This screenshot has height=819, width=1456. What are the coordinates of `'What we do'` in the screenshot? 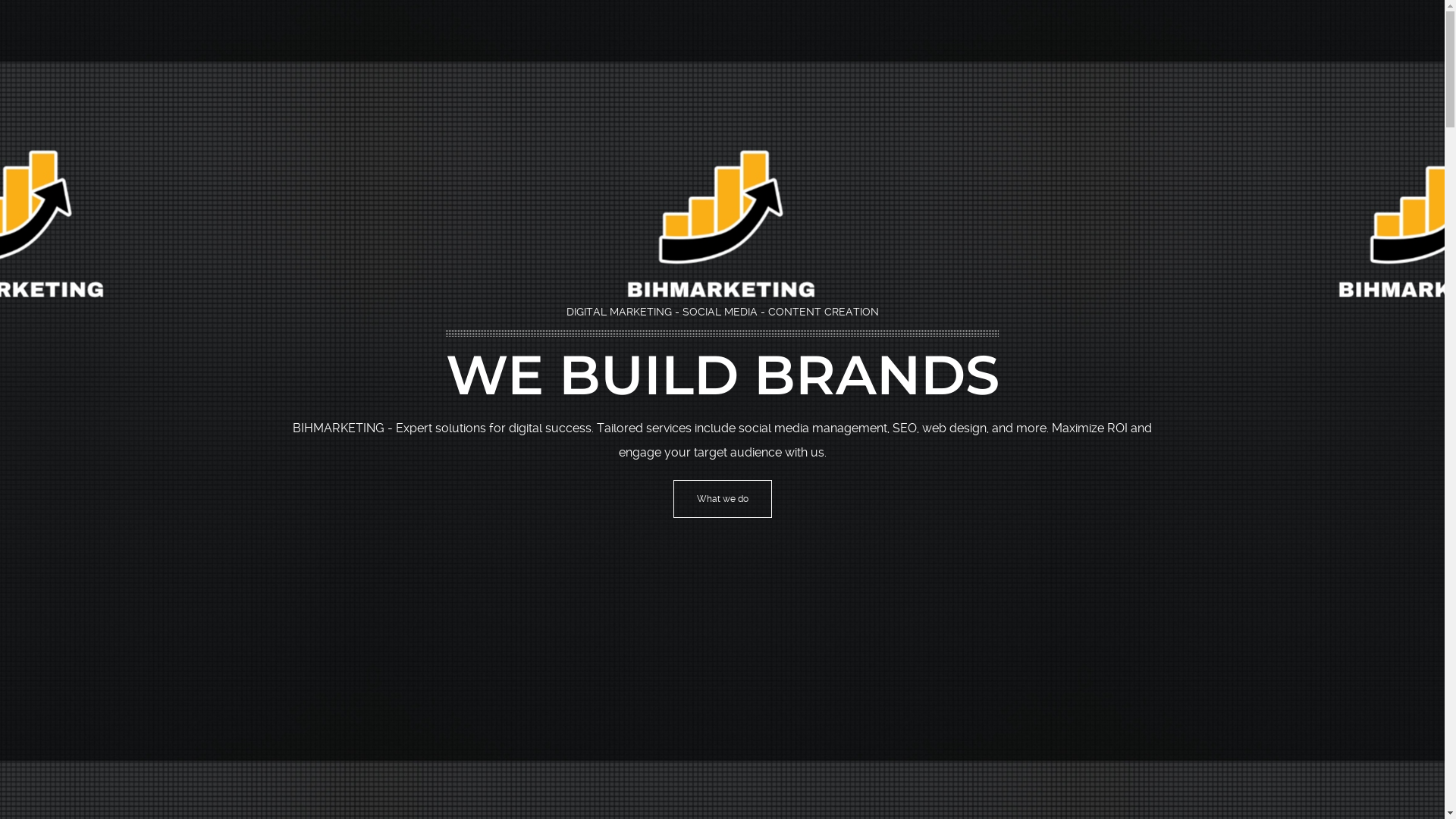 It's located at (722, 499).